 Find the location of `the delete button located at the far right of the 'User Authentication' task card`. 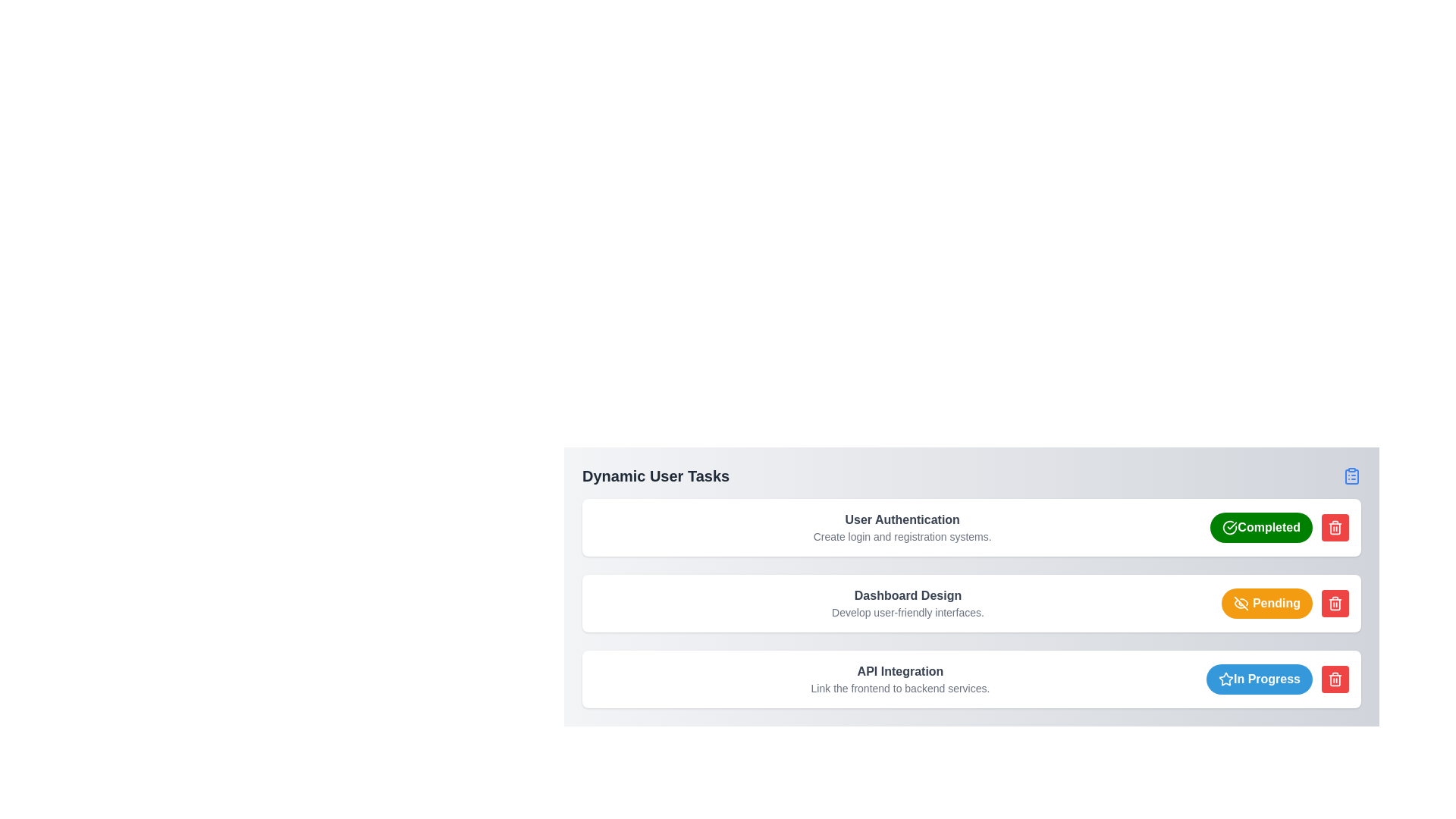

the delete button located at the far right of the 'User Authentication' task card is located at coordinates (1335, 526).